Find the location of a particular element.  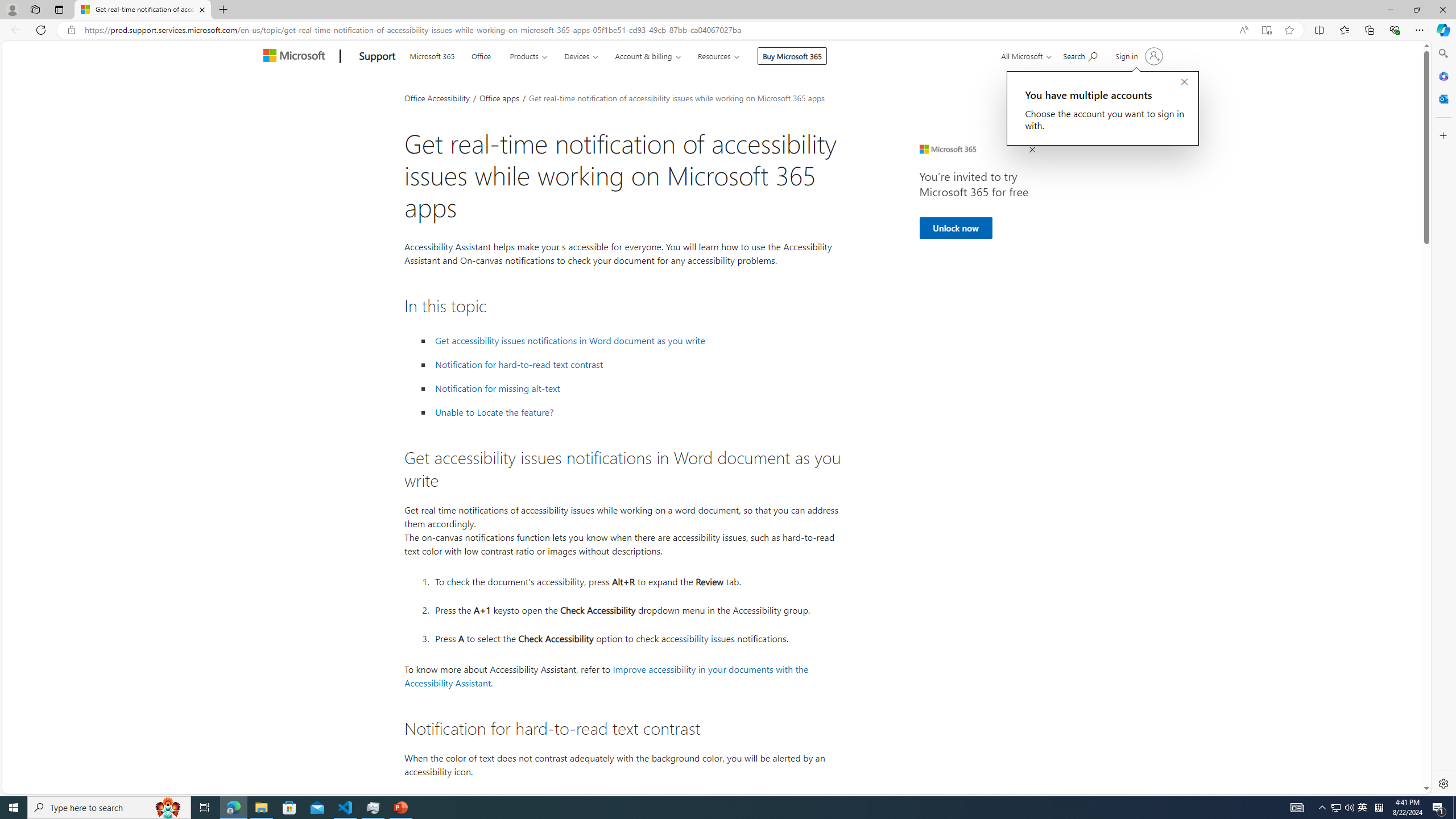

'Split screen' is located at coordinates (1319, 29).